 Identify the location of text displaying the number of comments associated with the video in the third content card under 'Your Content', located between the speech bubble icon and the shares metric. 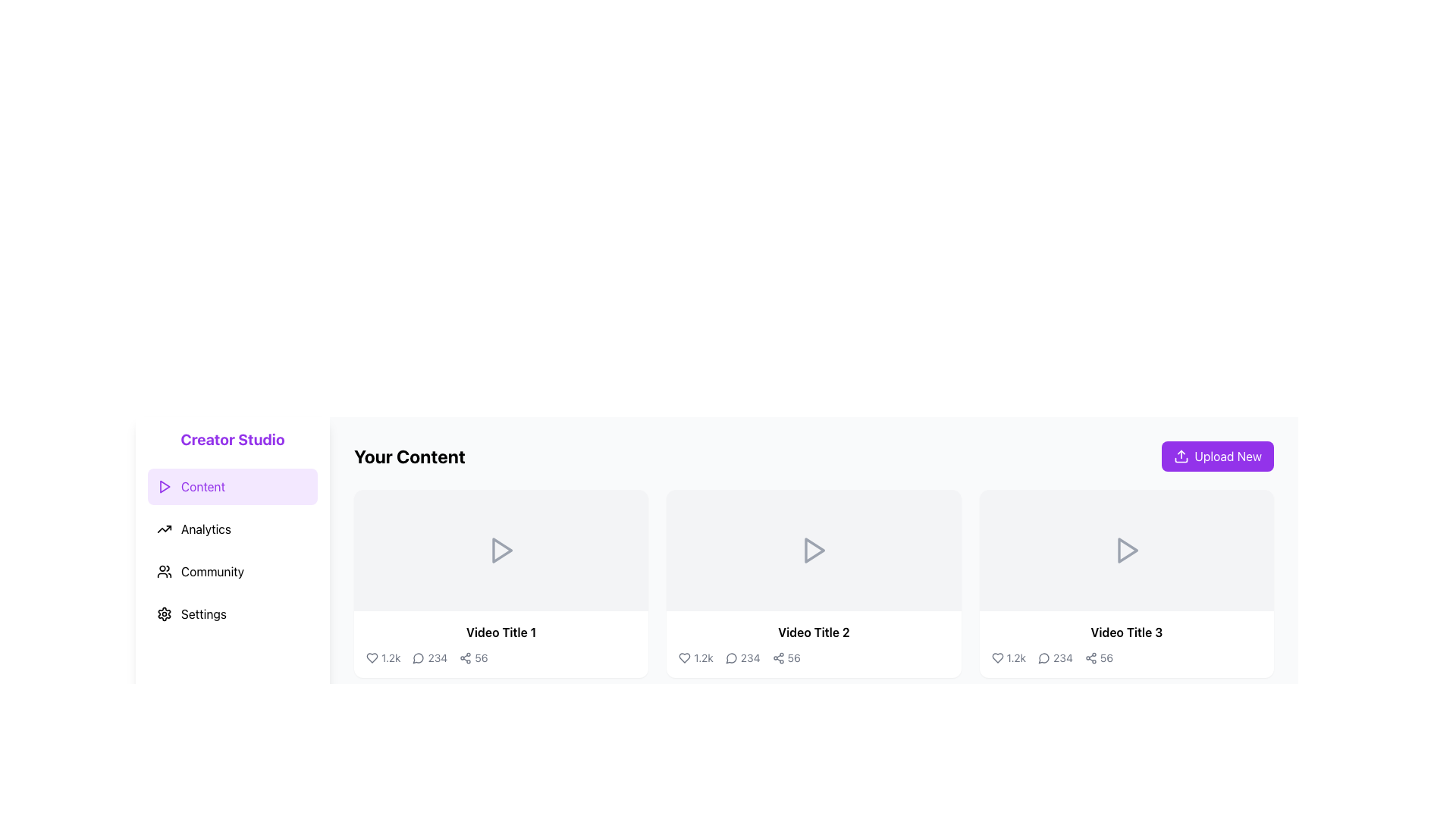
(1062, 657).